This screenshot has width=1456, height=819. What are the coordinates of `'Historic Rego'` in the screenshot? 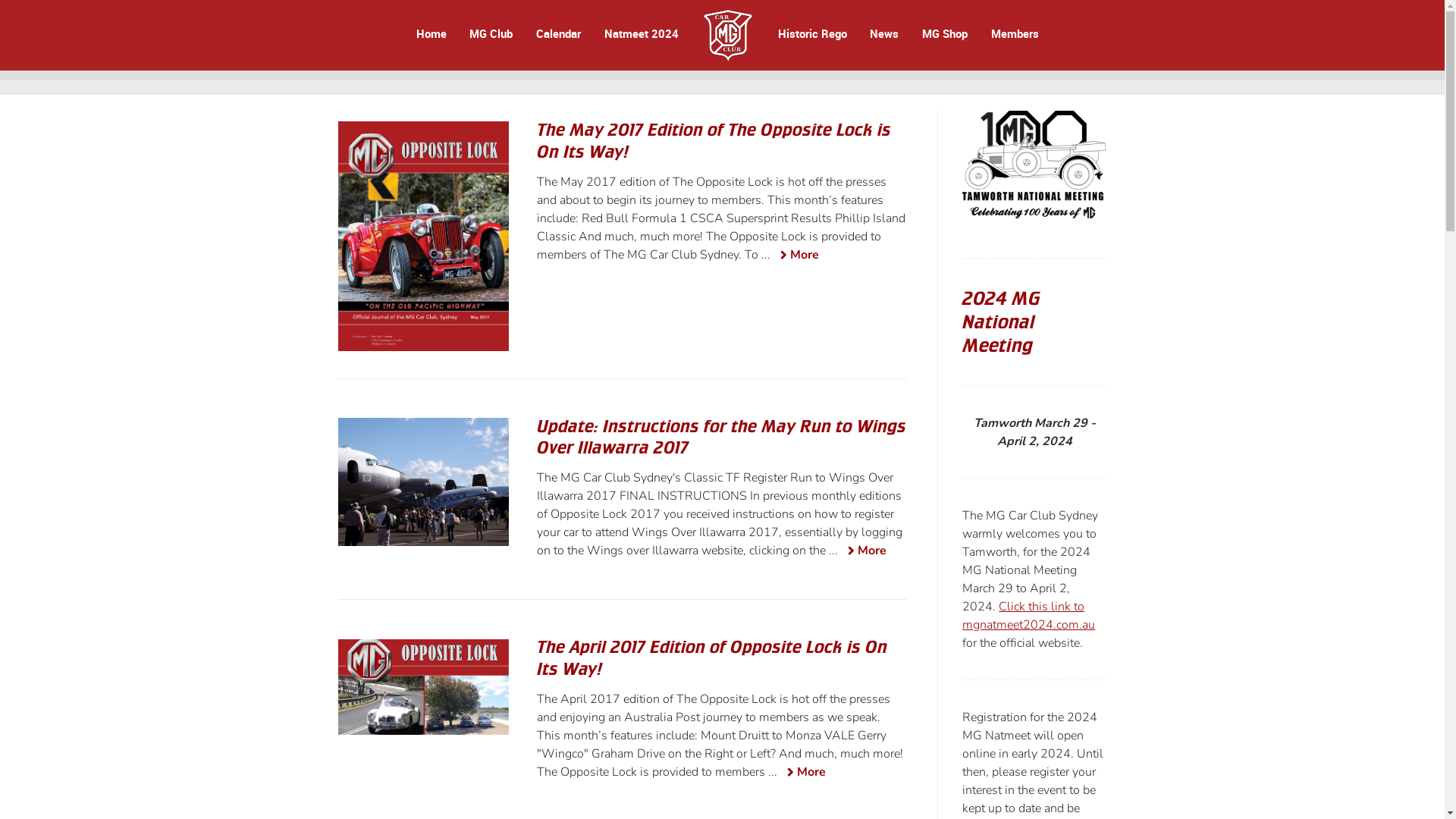 It's located at (775, 33).